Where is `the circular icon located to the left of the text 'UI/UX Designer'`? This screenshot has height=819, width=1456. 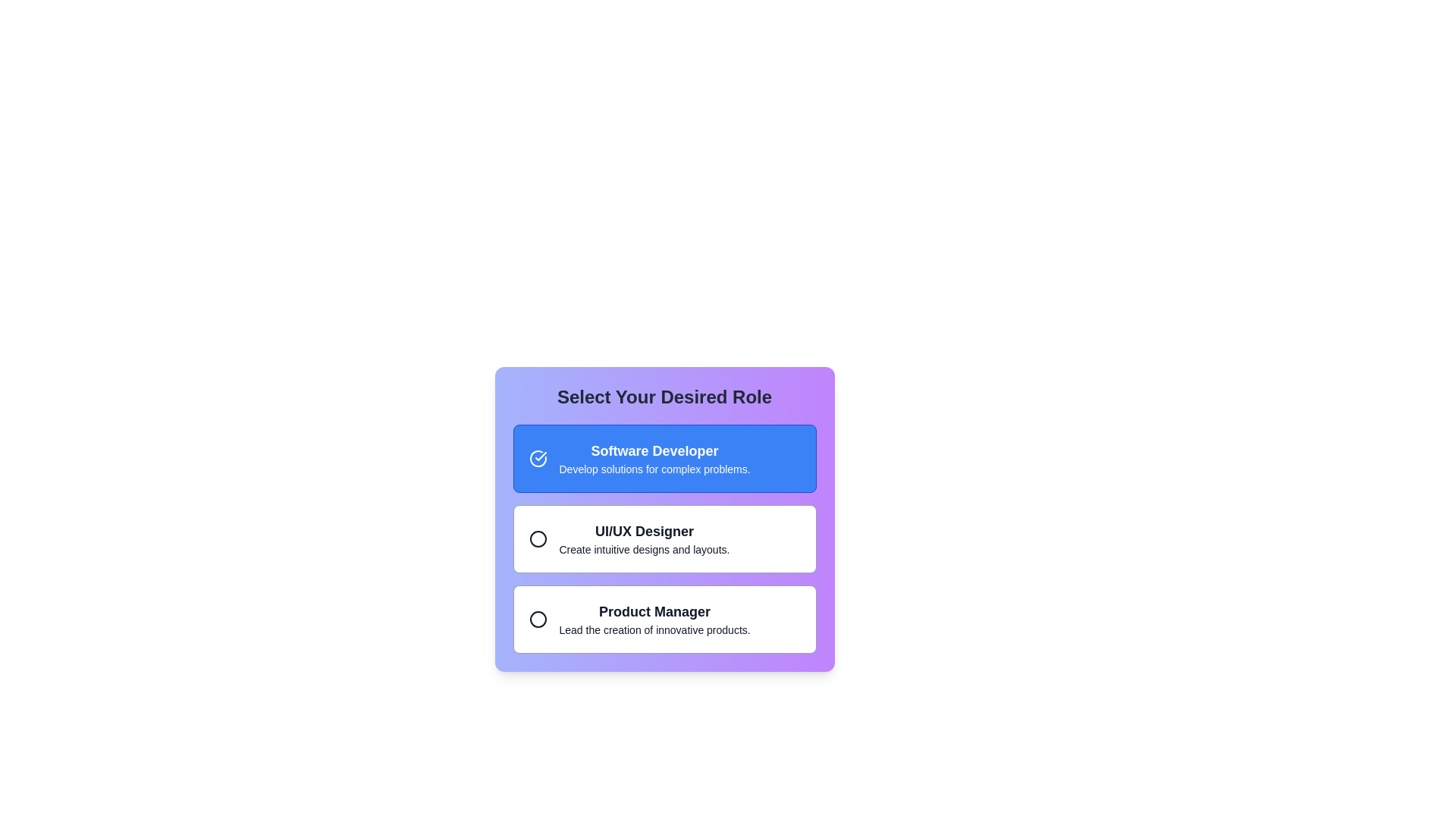
the circular icon located to the left of the text 'UI/UX Designer' is located at coordinates (538, 538).